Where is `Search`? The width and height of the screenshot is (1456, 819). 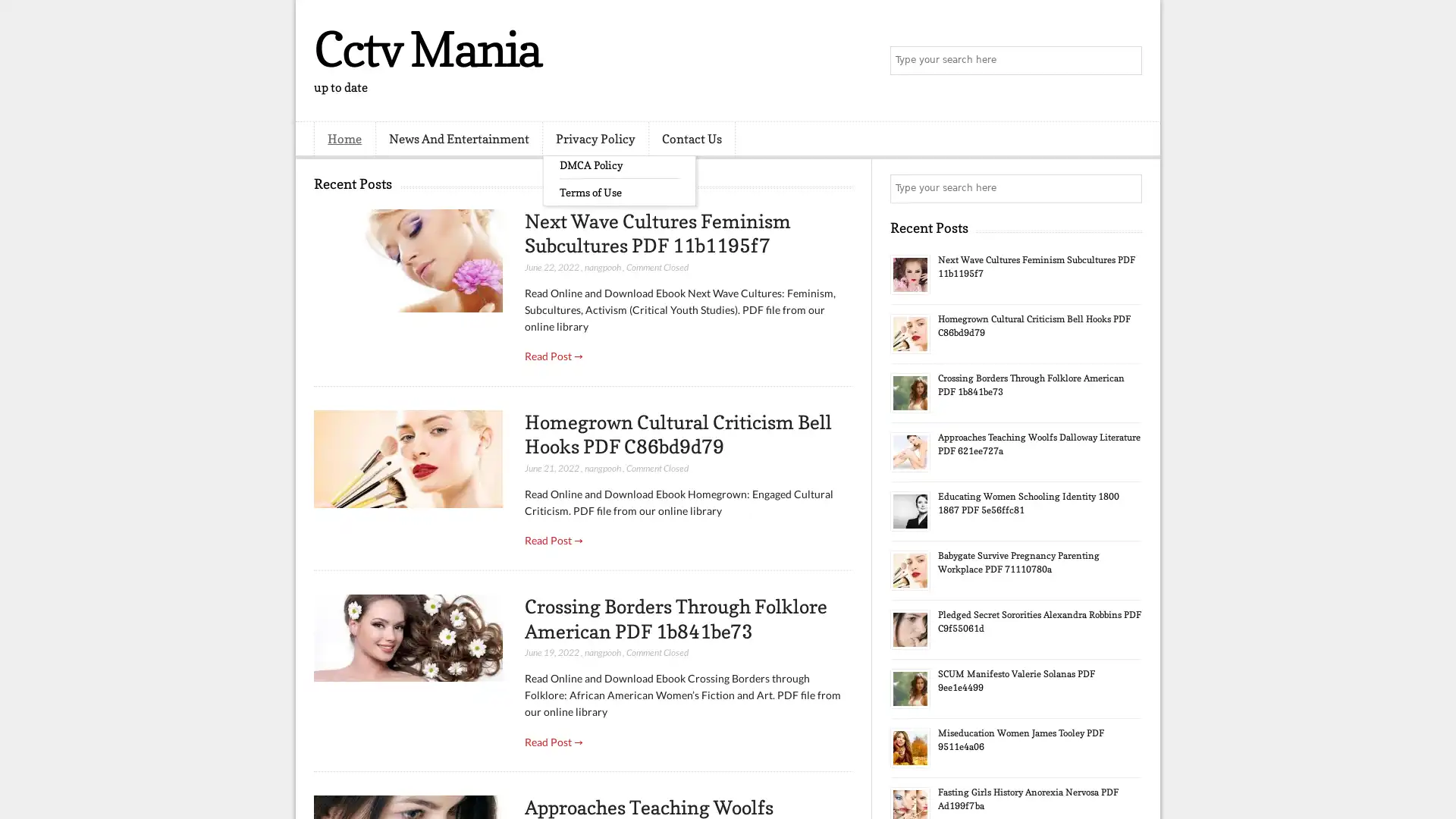 Search is located at coordinates (1126, 188).